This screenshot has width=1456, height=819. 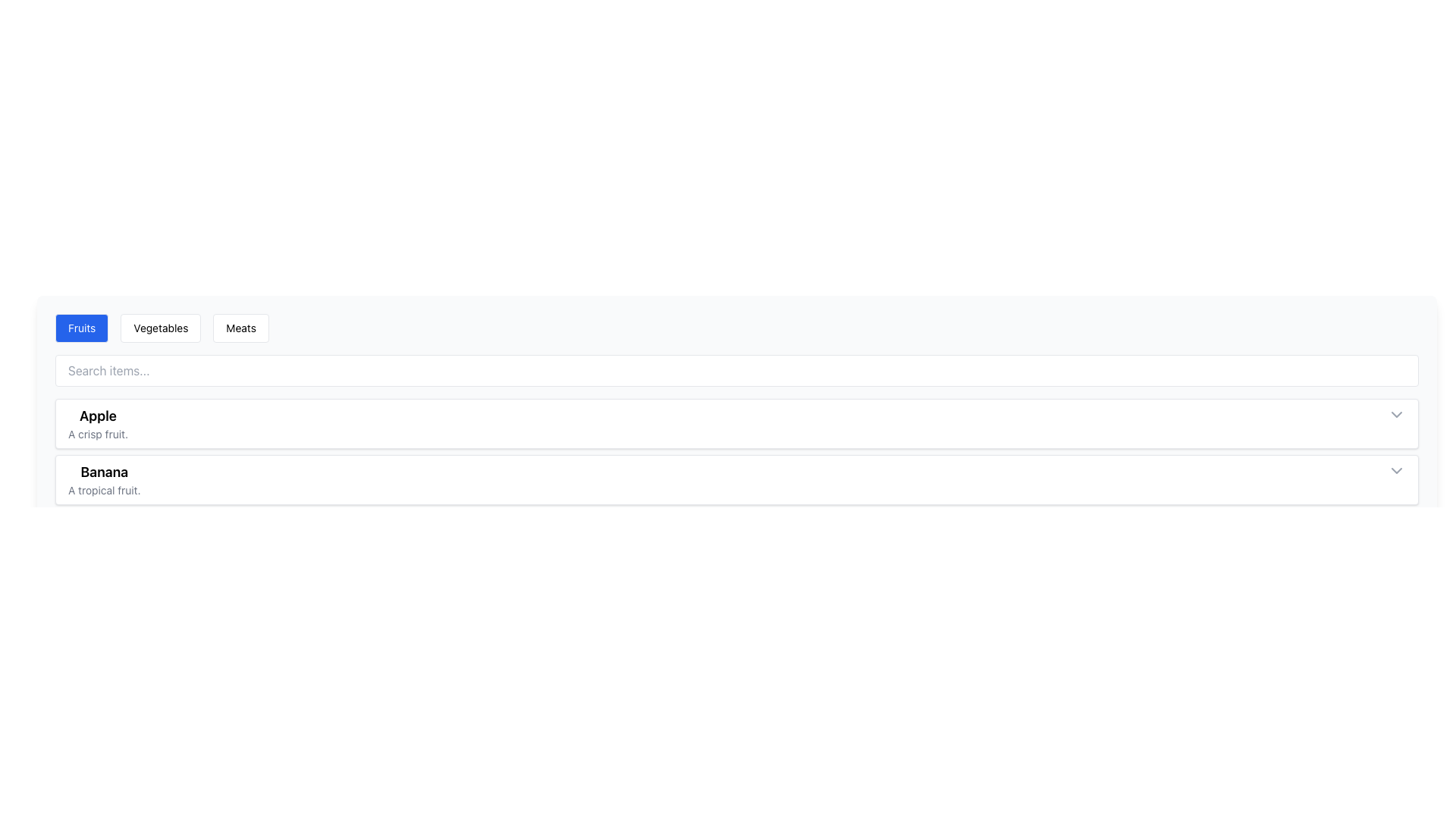 What do you see at coordinates (103, 472) in the screenshot?
I see `the static text label for the 'Banana' entry` at bounding box center [103, 472].